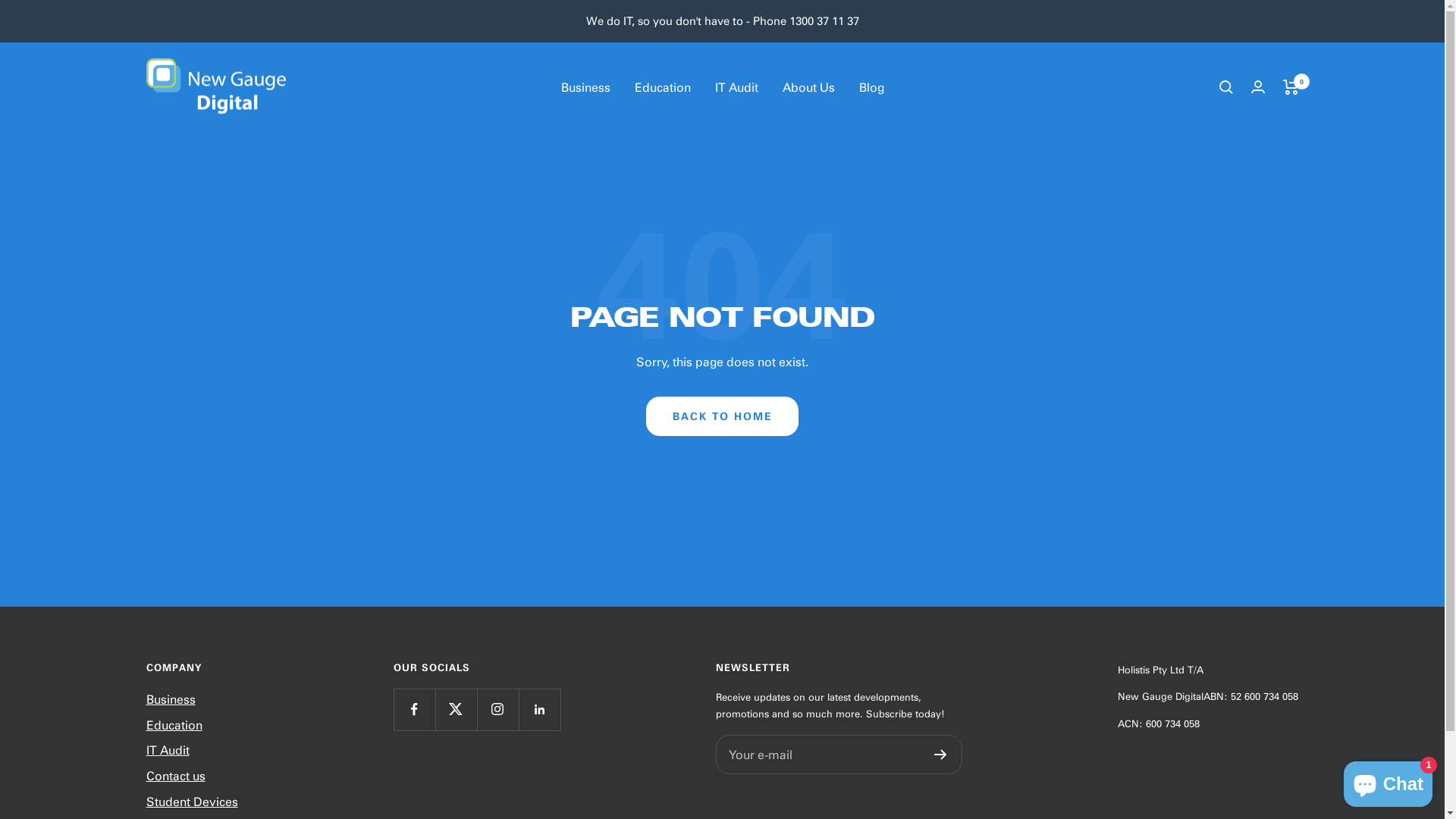  I want to click on 'Contact us', so click(174, 775).